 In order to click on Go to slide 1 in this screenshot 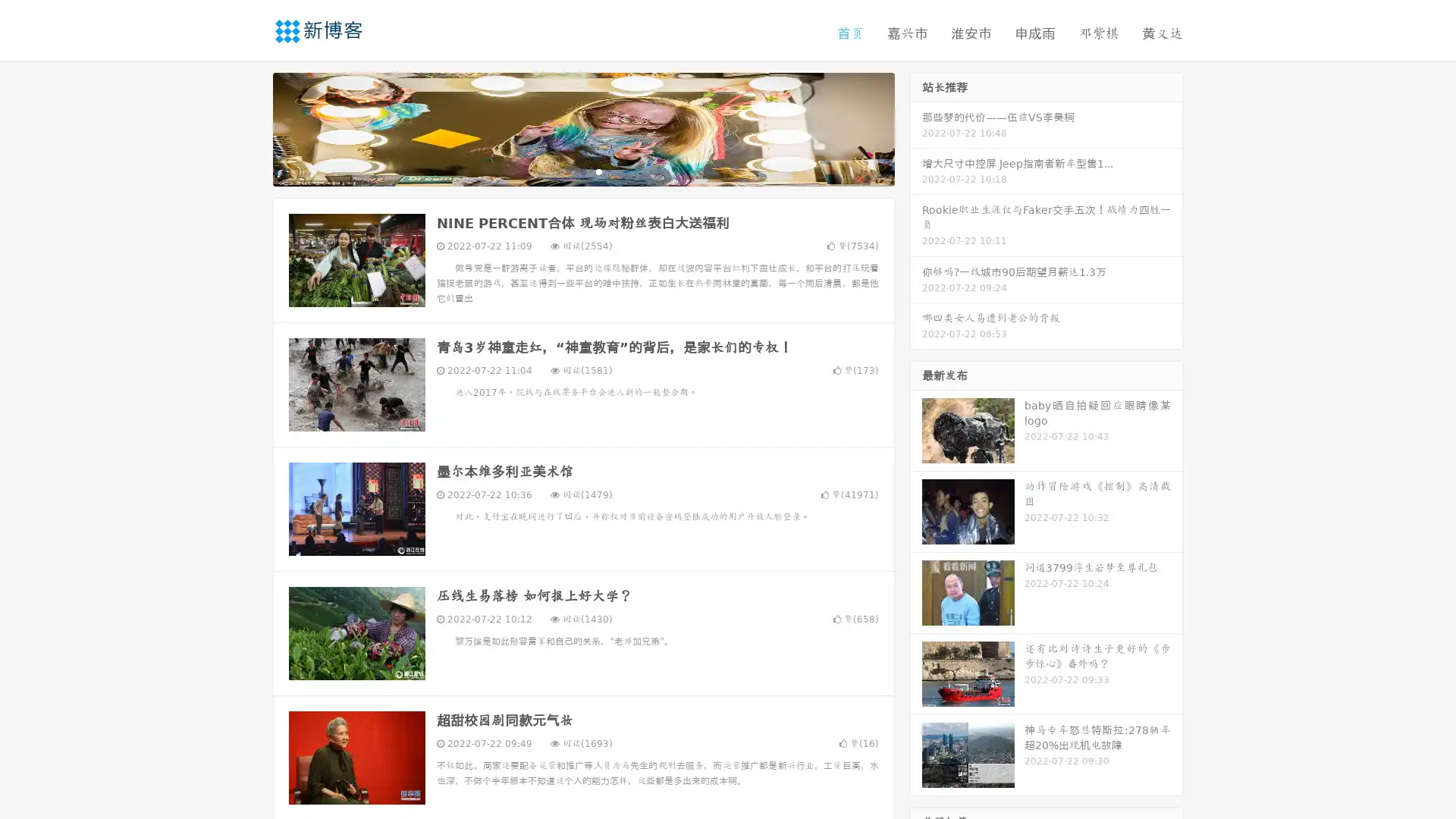, I will do `click(567, 171)`.